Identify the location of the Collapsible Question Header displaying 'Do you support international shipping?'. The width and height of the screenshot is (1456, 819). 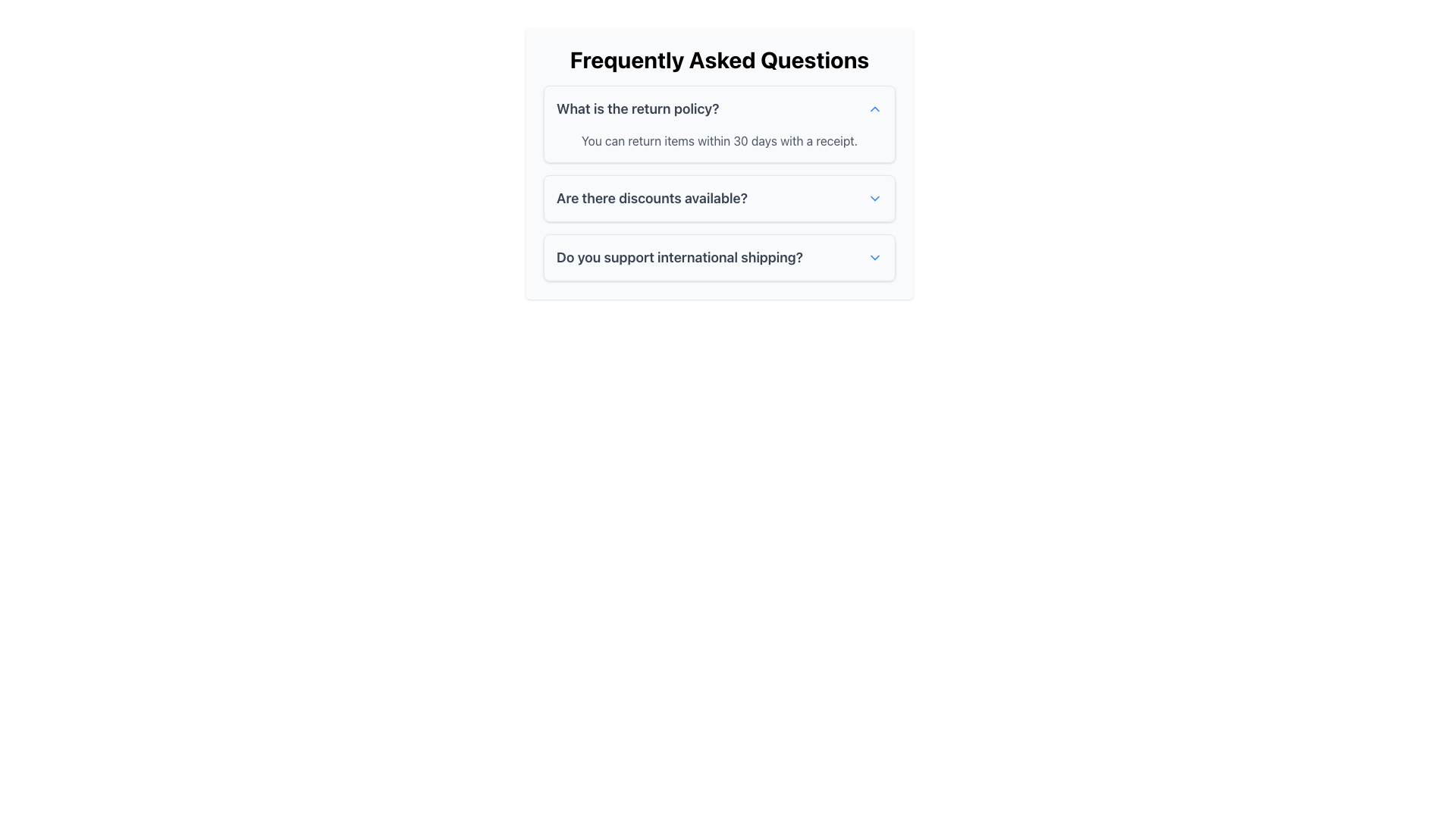
(719, 256).